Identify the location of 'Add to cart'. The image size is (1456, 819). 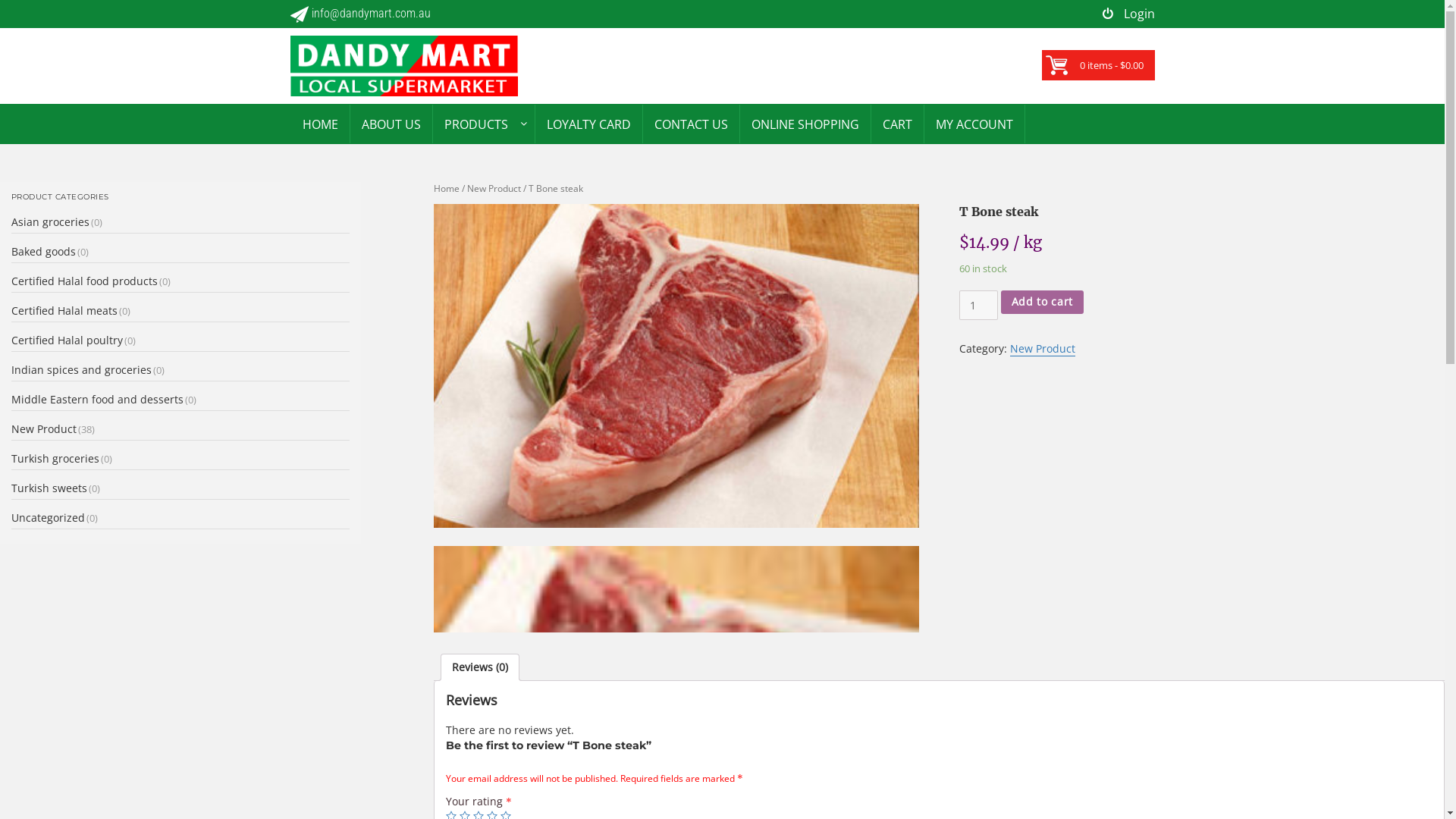
(1041, 302).